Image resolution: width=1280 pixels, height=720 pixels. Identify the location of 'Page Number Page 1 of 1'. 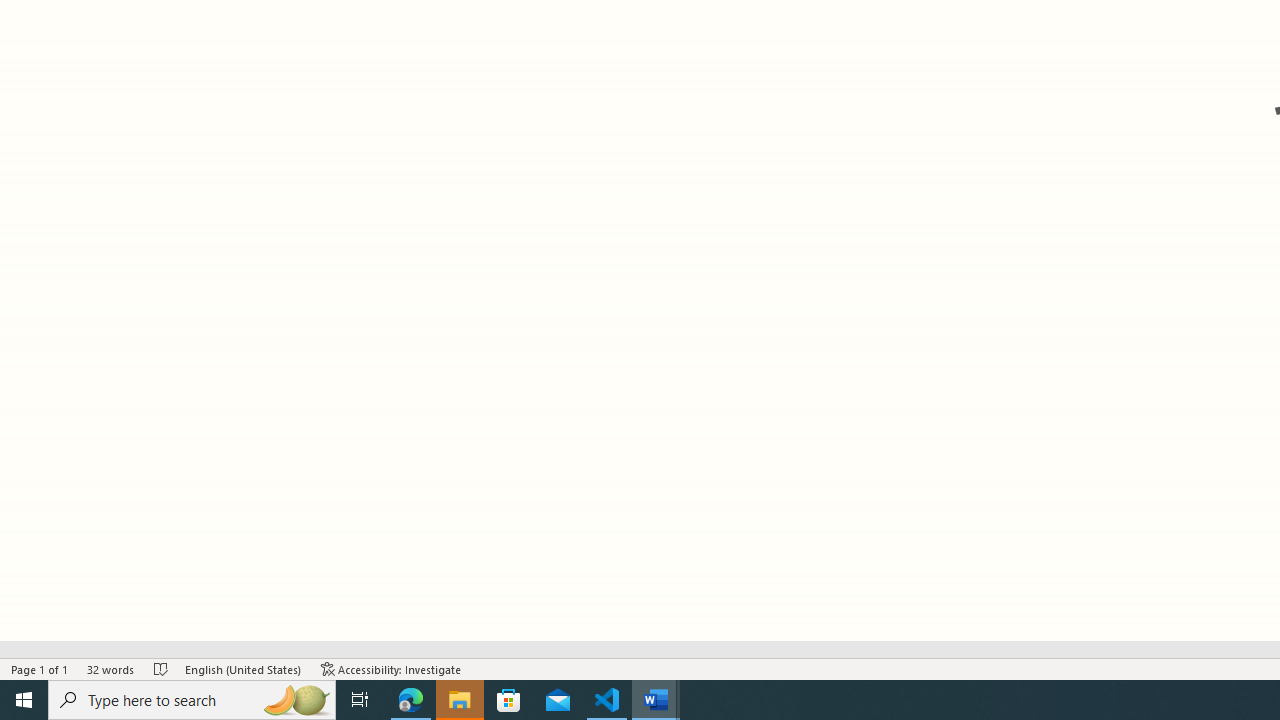
(40, 669).